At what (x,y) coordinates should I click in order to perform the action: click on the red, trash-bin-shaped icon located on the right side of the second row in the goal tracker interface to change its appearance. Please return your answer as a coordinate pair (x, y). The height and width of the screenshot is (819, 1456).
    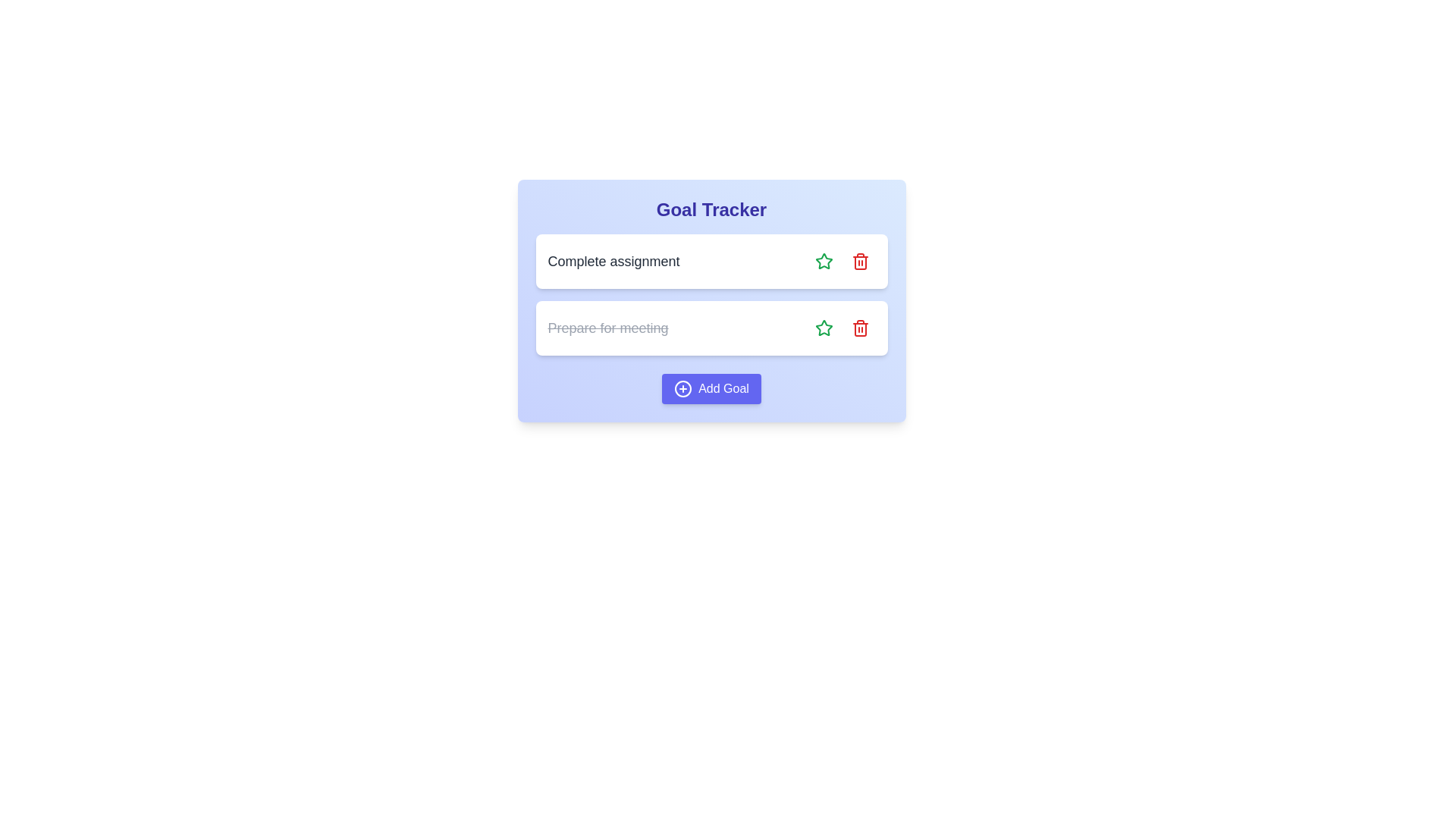
    Looking at the image, I should click on (860, 327).